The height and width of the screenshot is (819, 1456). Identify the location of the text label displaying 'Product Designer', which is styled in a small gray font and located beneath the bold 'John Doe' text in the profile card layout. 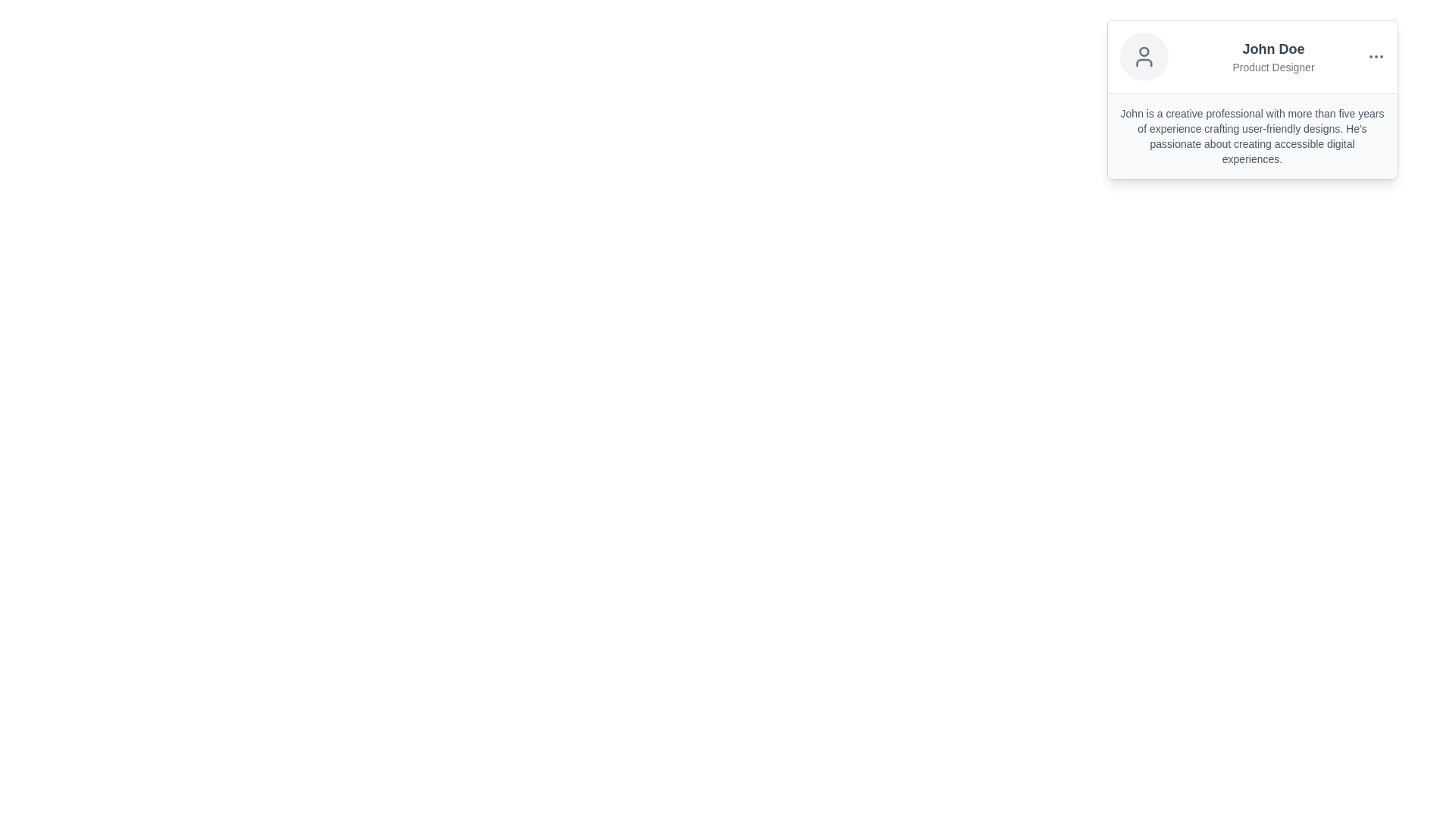
(1273, 66).